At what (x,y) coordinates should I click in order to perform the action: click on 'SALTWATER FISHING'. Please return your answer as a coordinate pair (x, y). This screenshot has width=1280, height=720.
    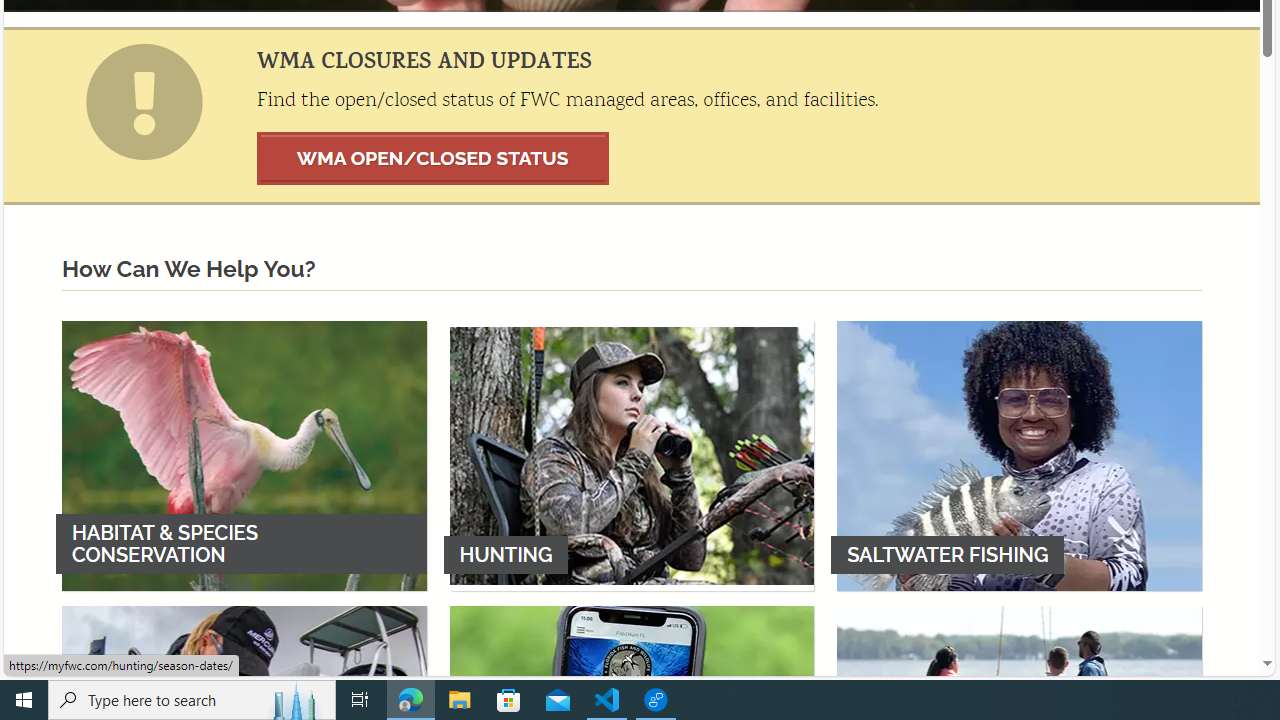
    Looking at the image, I should click on (1019, 455).